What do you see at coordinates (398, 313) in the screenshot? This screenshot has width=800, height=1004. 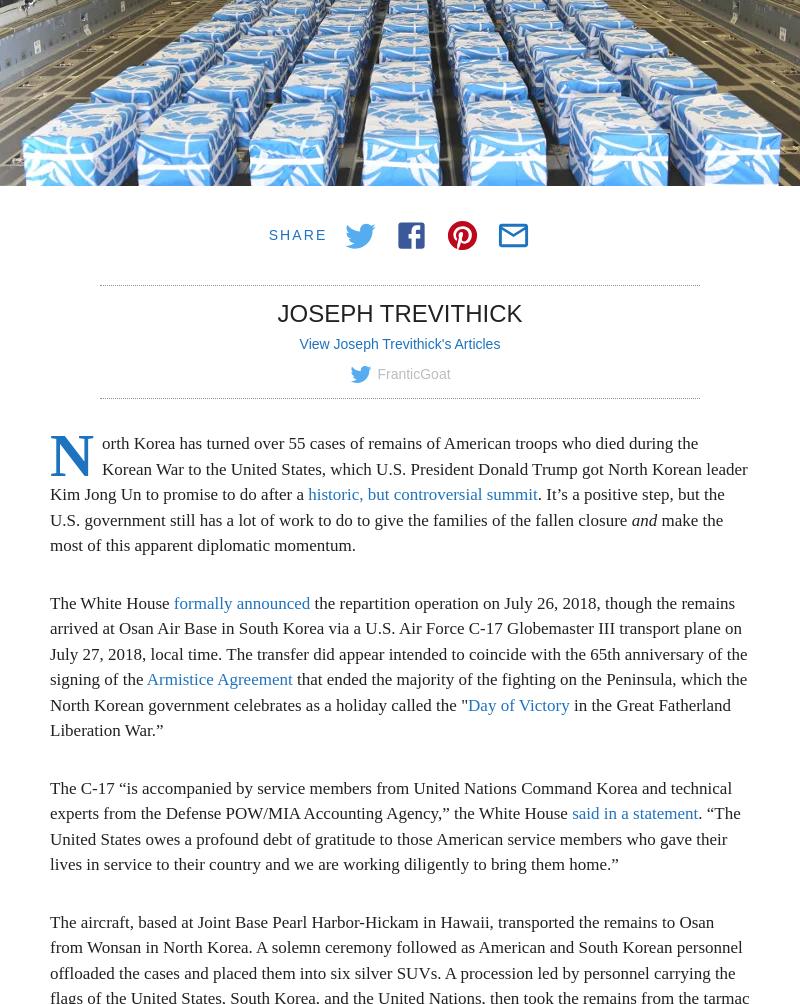 I see `'Joseph Trevithick'` at bounding box center [398, 313].